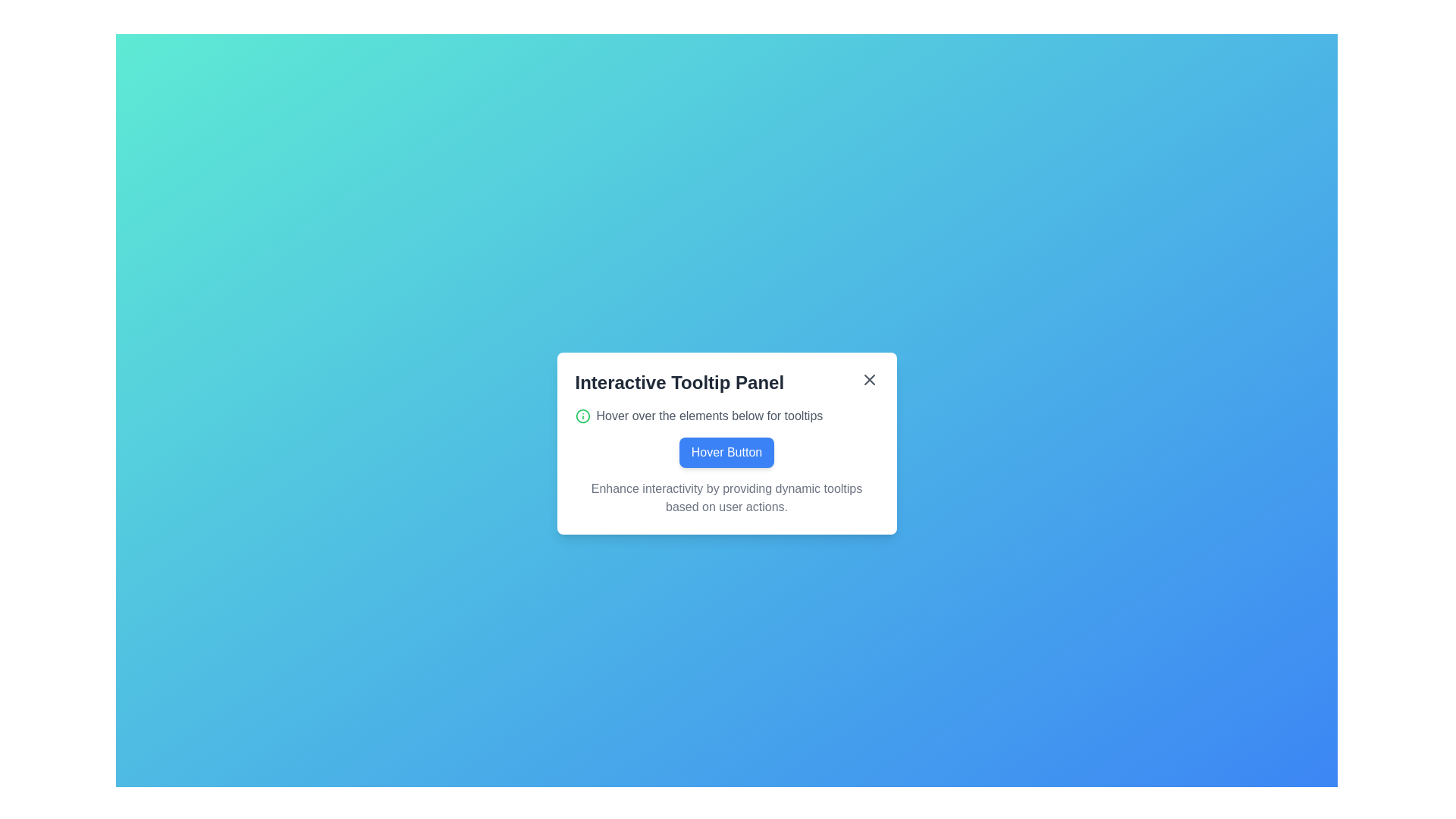 The width and height of the screenshot is (1456, 819). Describe the element at coordinates (726, 452) in the screenshot. I see `the 'Hover Button' which is a rectangular button with rounded corners, blue background, and white text, located centrally within a modal dialog box` at that location.